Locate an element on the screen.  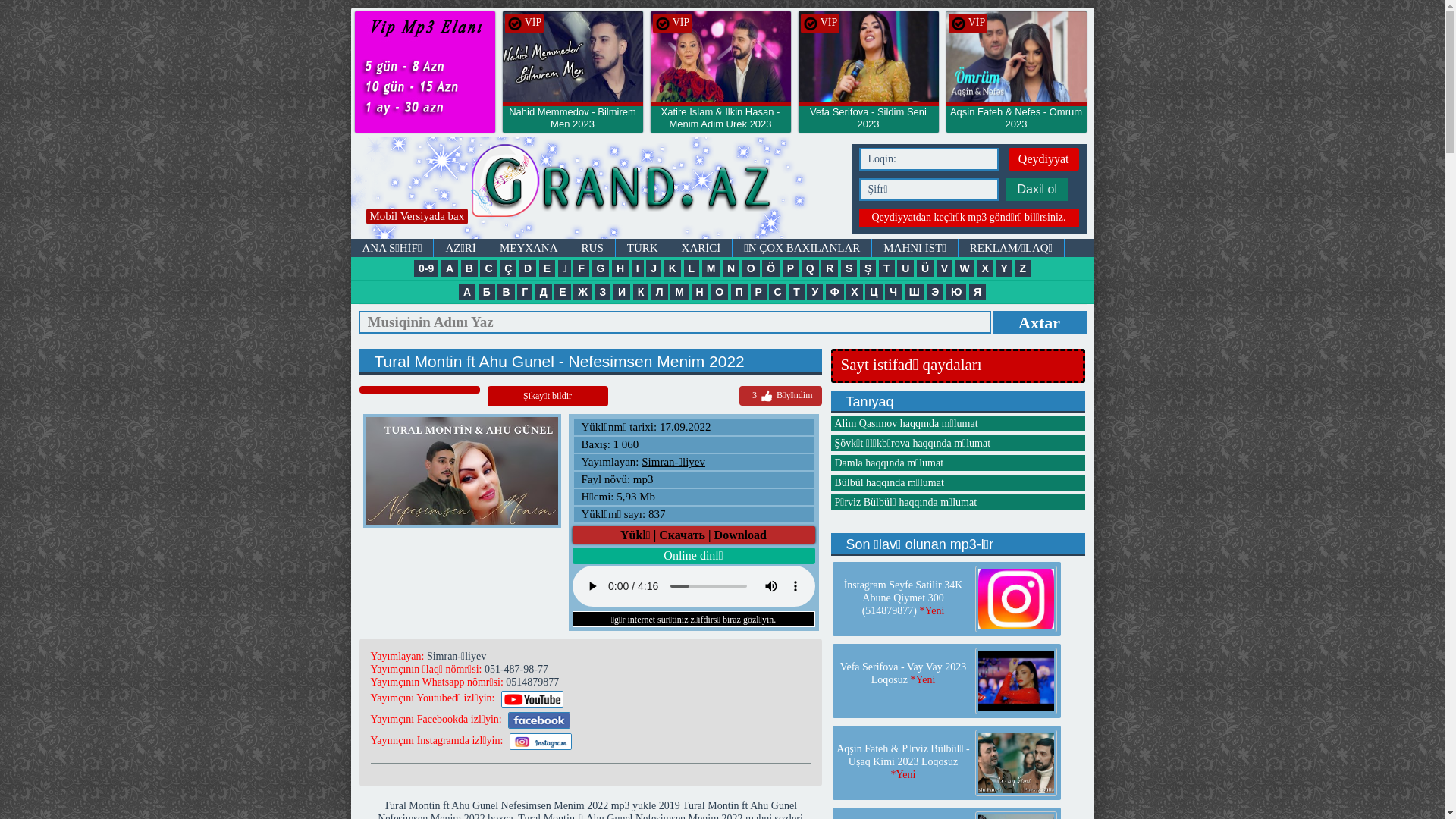
'I' is located at coordinates (637, 268).